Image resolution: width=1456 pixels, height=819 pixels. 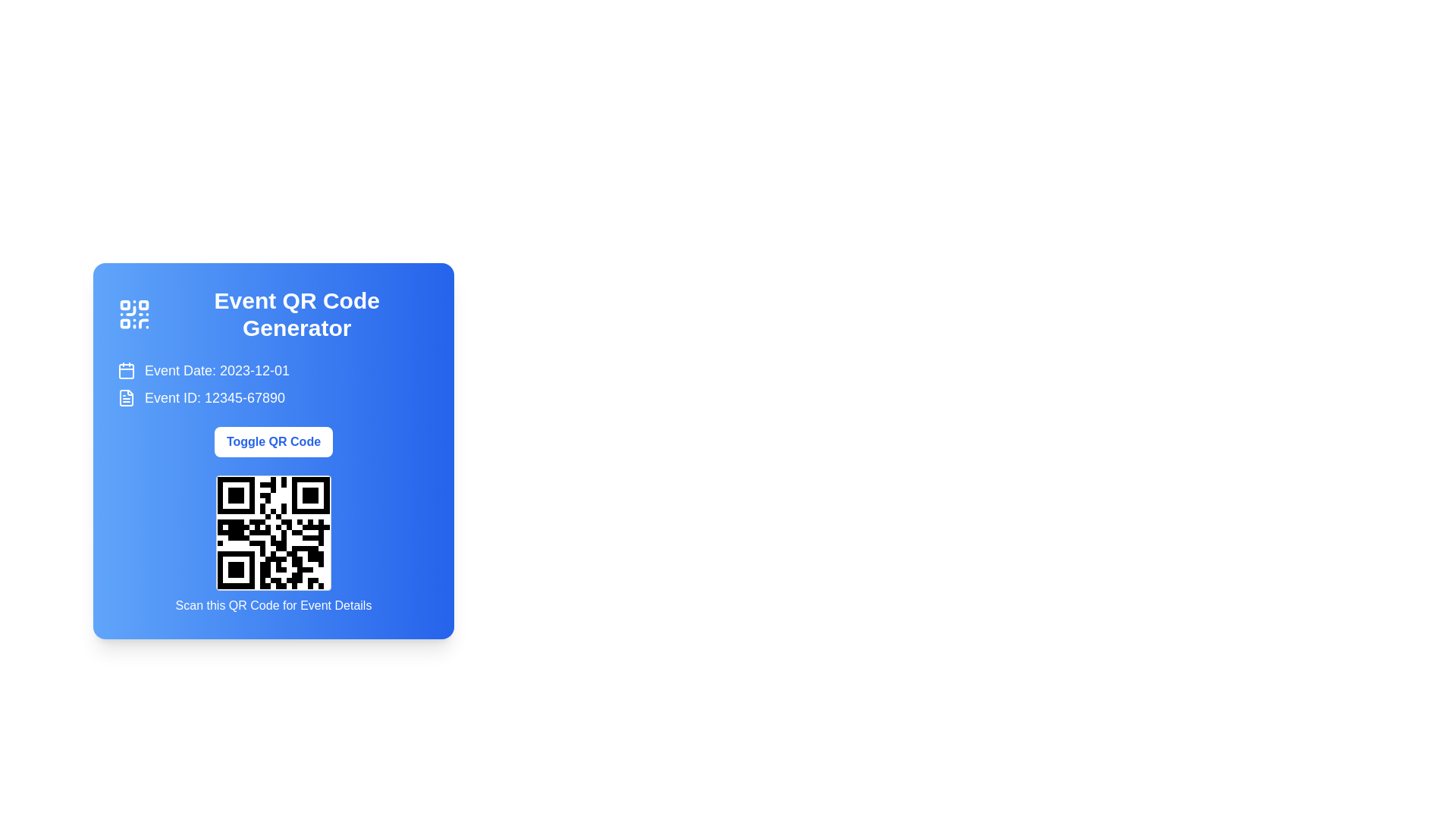 What do you see at coordinates (214, 397) in the screenshot?
I see `the text label displaying 'Event ID: 12345-67890' which is in a bold, large font on a light blue background, located below the event date and to the right of a document icon` at bounding box center [214, 397].